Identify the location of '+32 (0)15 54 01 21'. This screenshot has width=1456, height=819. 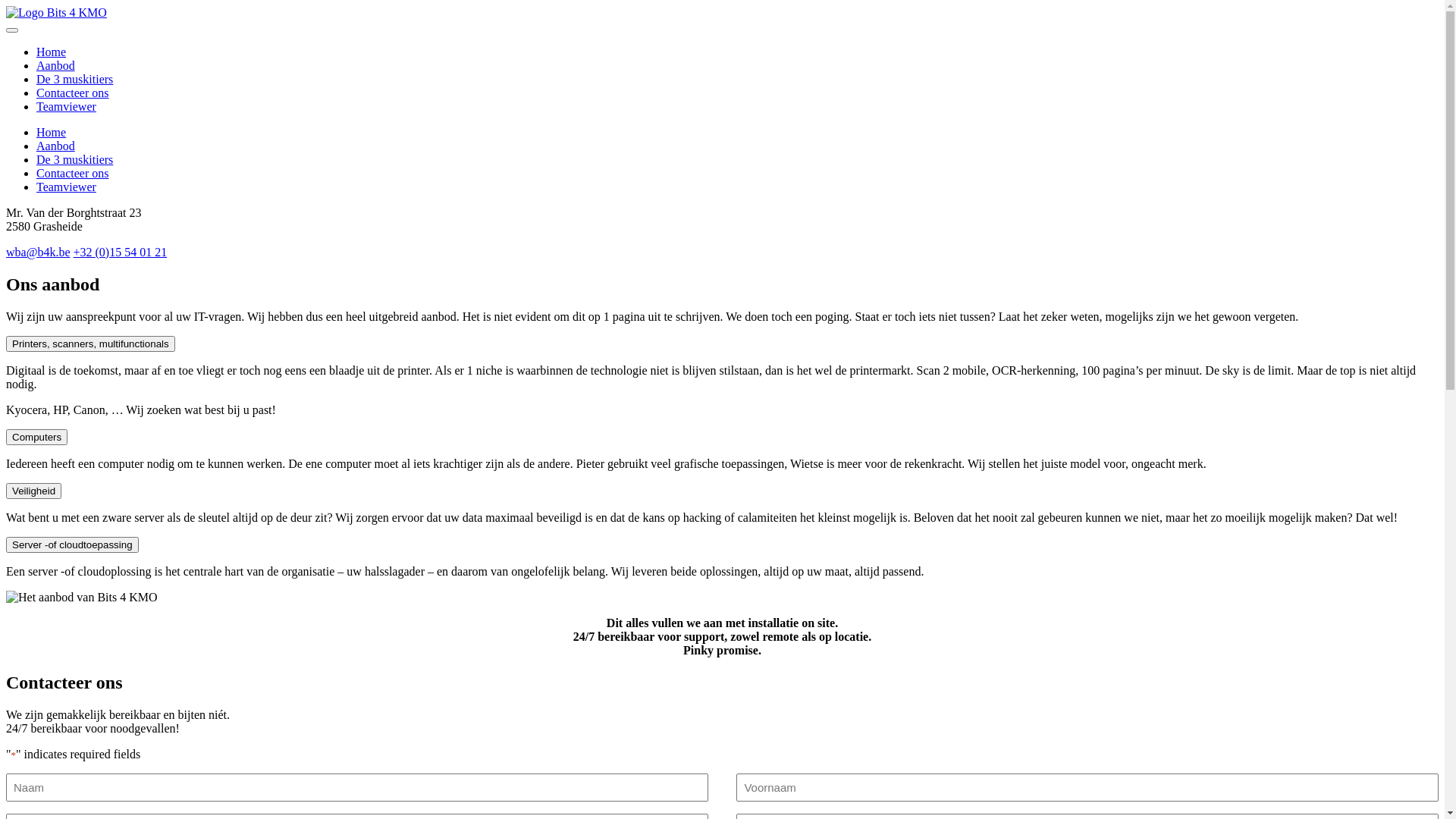
(119, 251).